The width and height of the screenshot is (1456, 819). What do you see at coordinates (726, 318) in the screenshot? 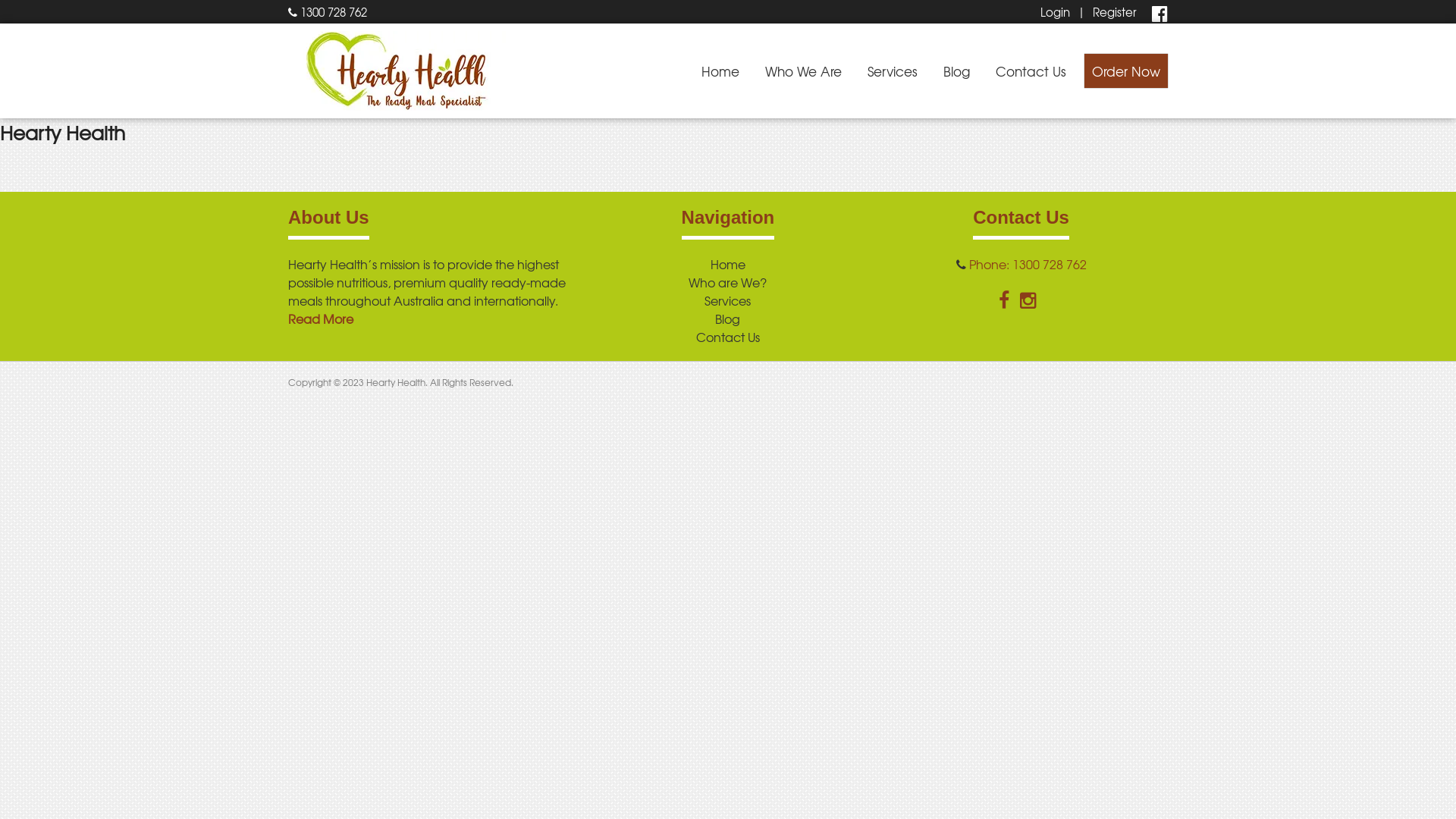
I see `'Blog'` at bounding box center [726, 318].